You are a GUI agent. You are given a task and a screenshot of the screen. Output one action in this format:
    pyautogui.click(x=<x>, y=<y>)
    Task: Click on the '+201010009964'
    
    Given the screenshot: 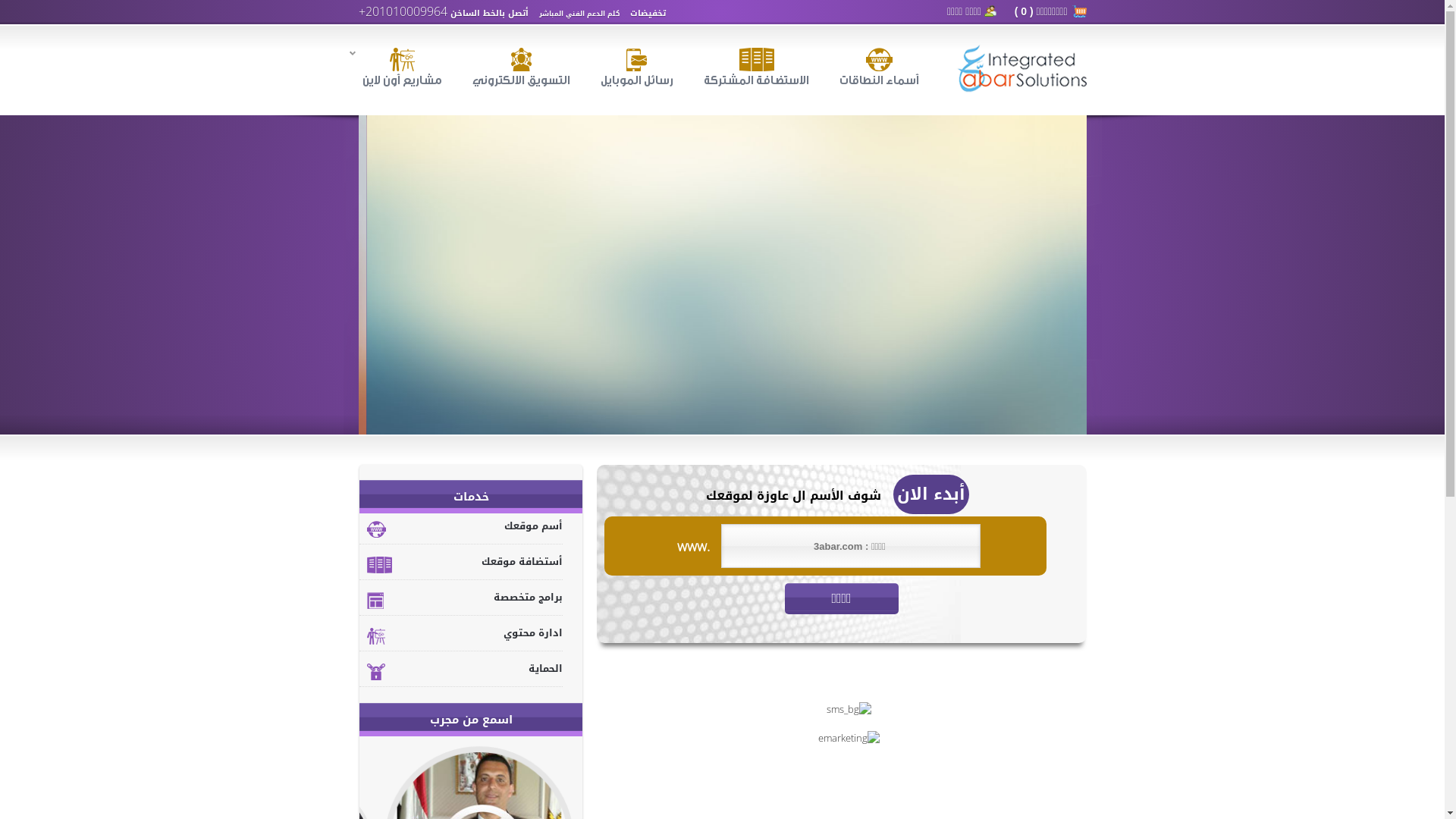 What is the action you would take?
    pyautogui.click(x=356, y=14)
    